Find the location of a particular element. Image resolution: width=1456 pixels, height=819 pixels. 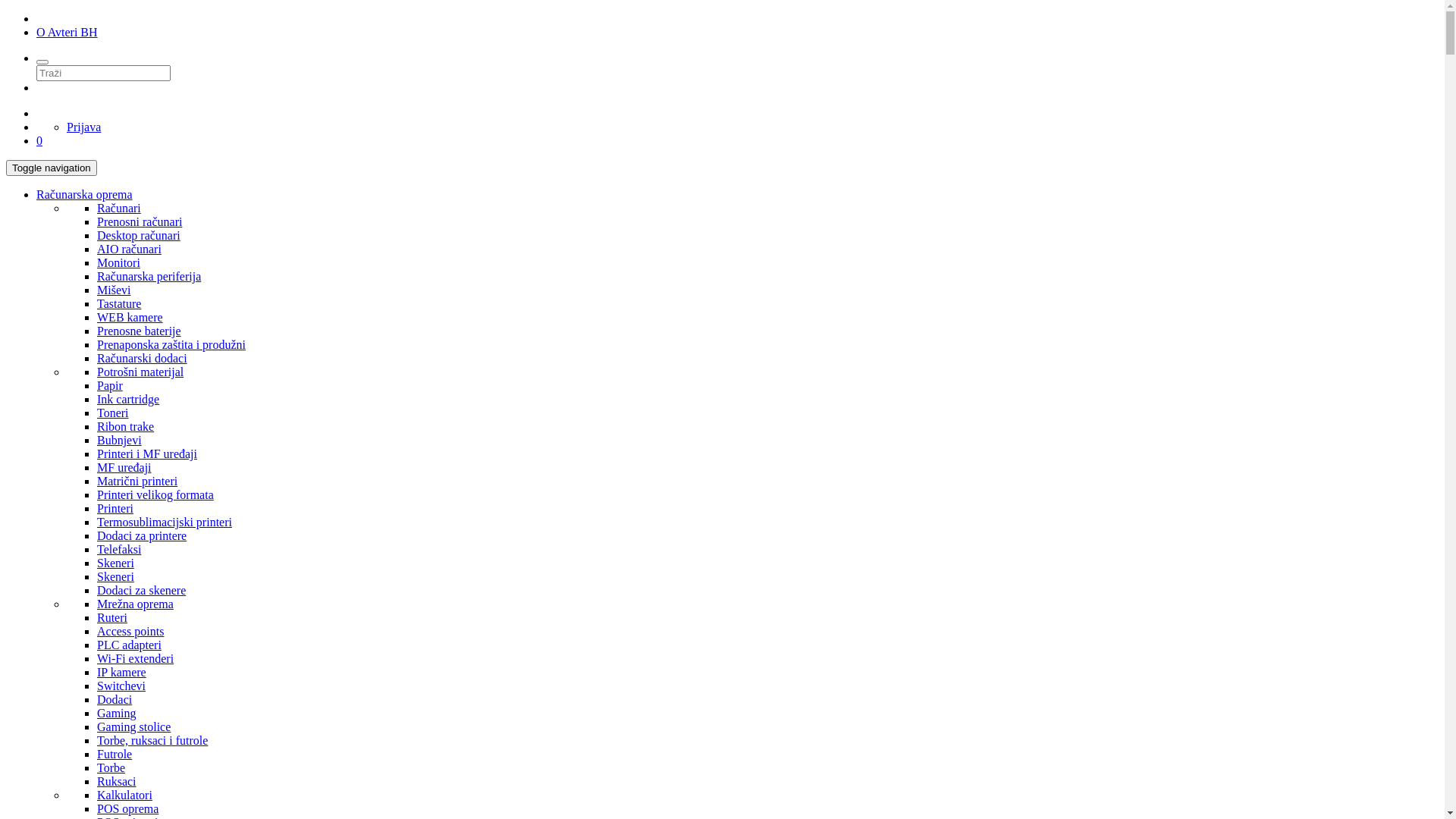

'Gaming stolice' is located at coordinates (133, 726).